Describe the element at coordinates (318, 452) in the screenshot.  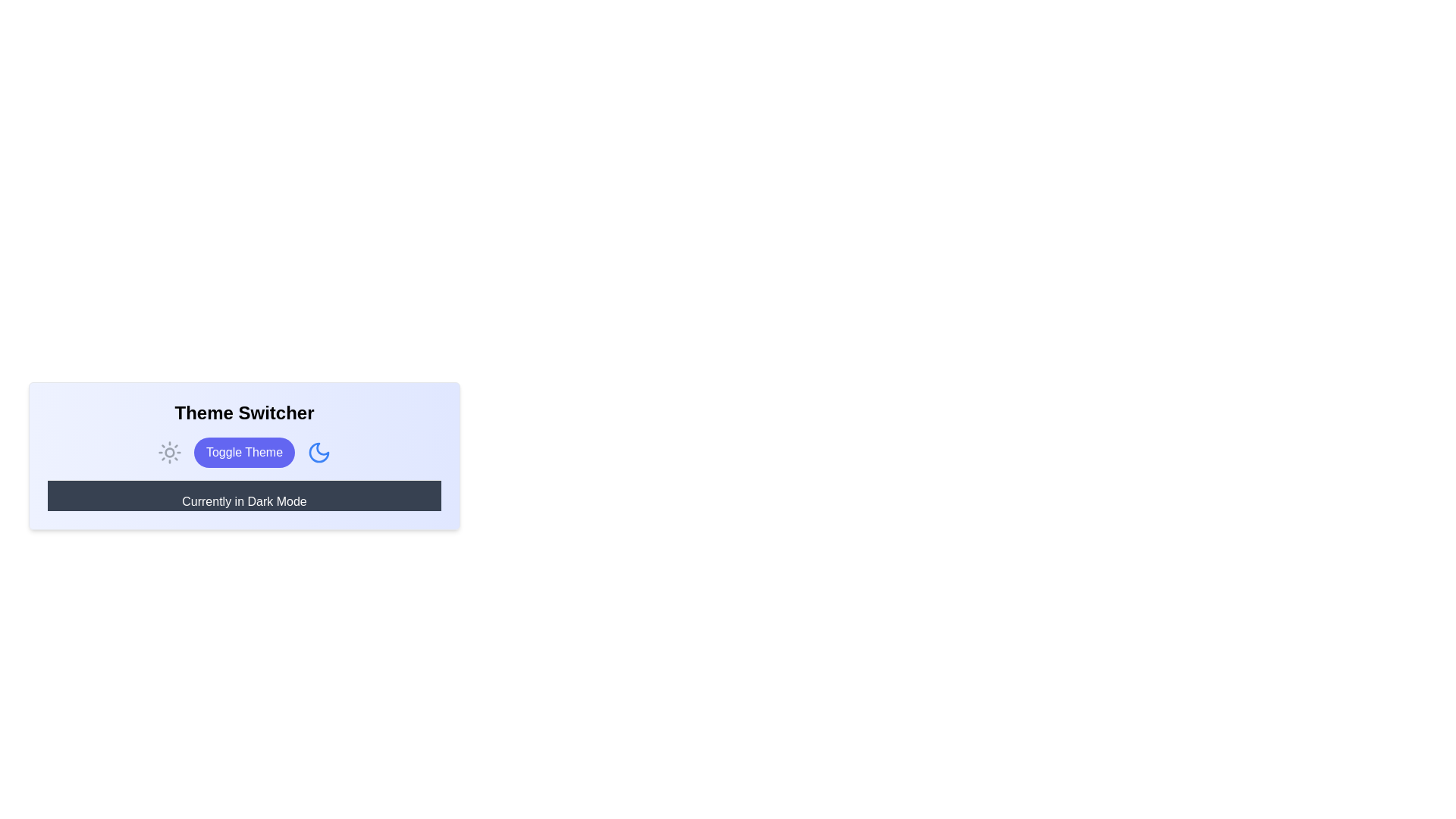
I see `the crescent moon icon in blue color located in the bottom section of the 'Theme Switcher' card` at that location.